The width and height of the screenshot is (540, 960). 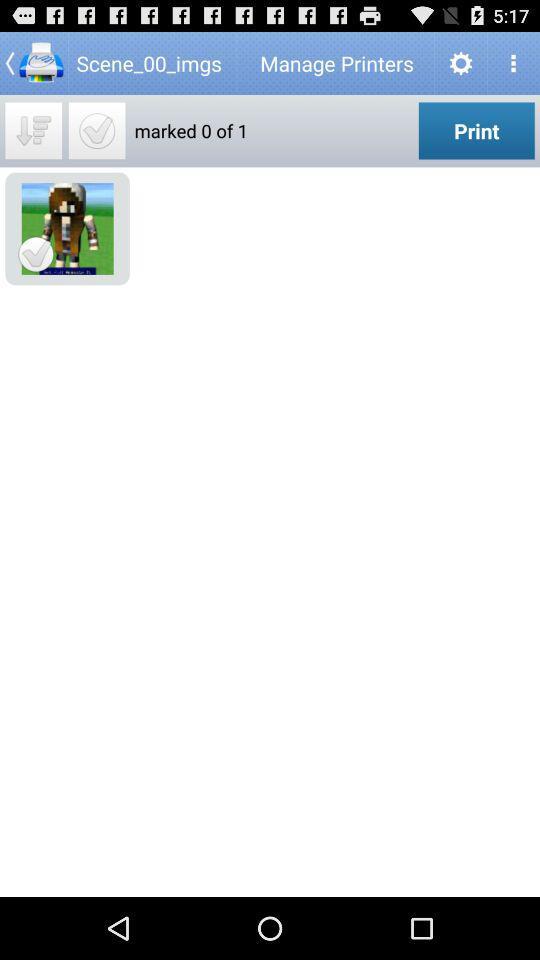 I want to click on switch sort method, so click(x=32, y=129).